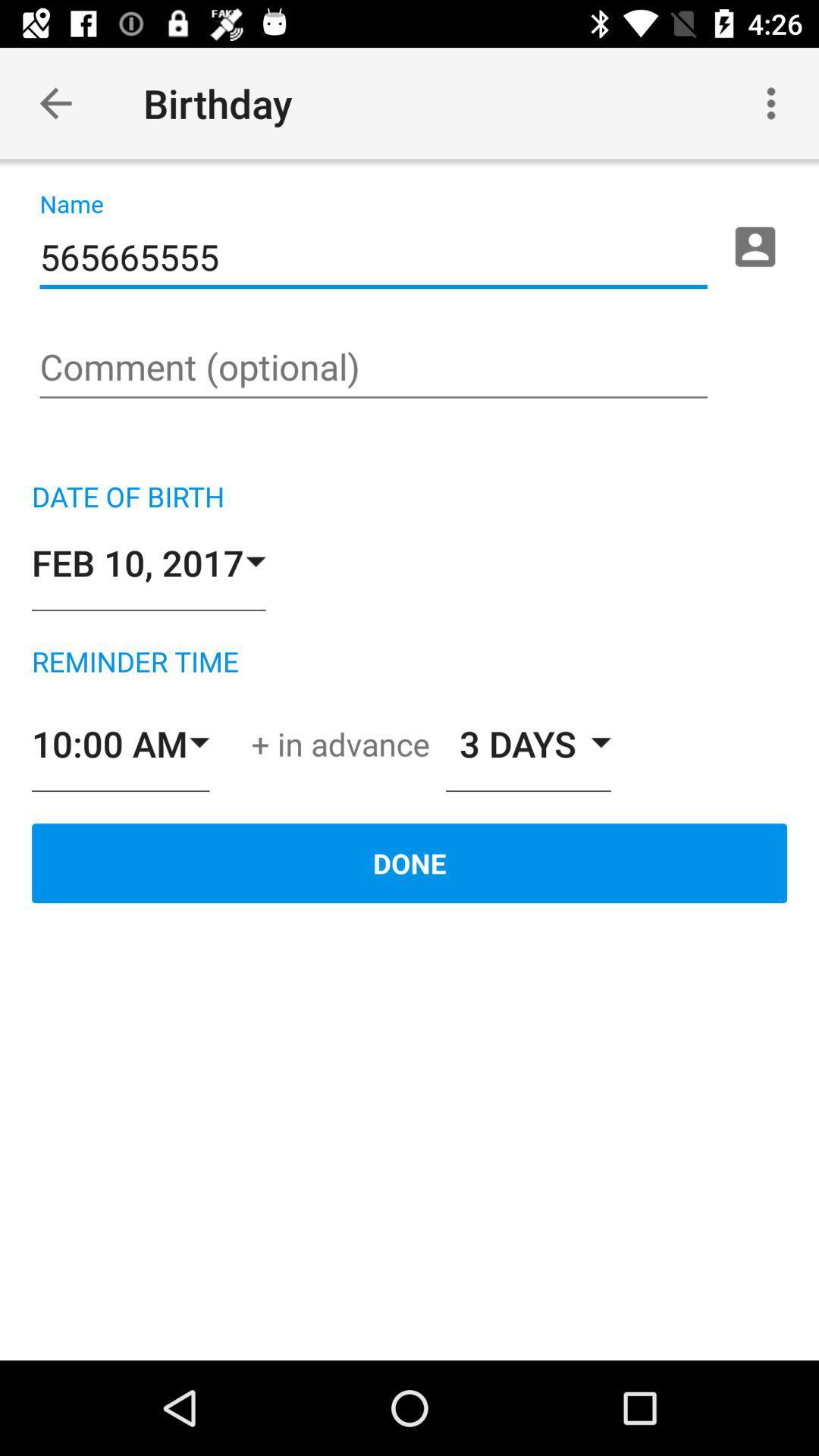  I want to click on the avatar icon, so click(755, 246).